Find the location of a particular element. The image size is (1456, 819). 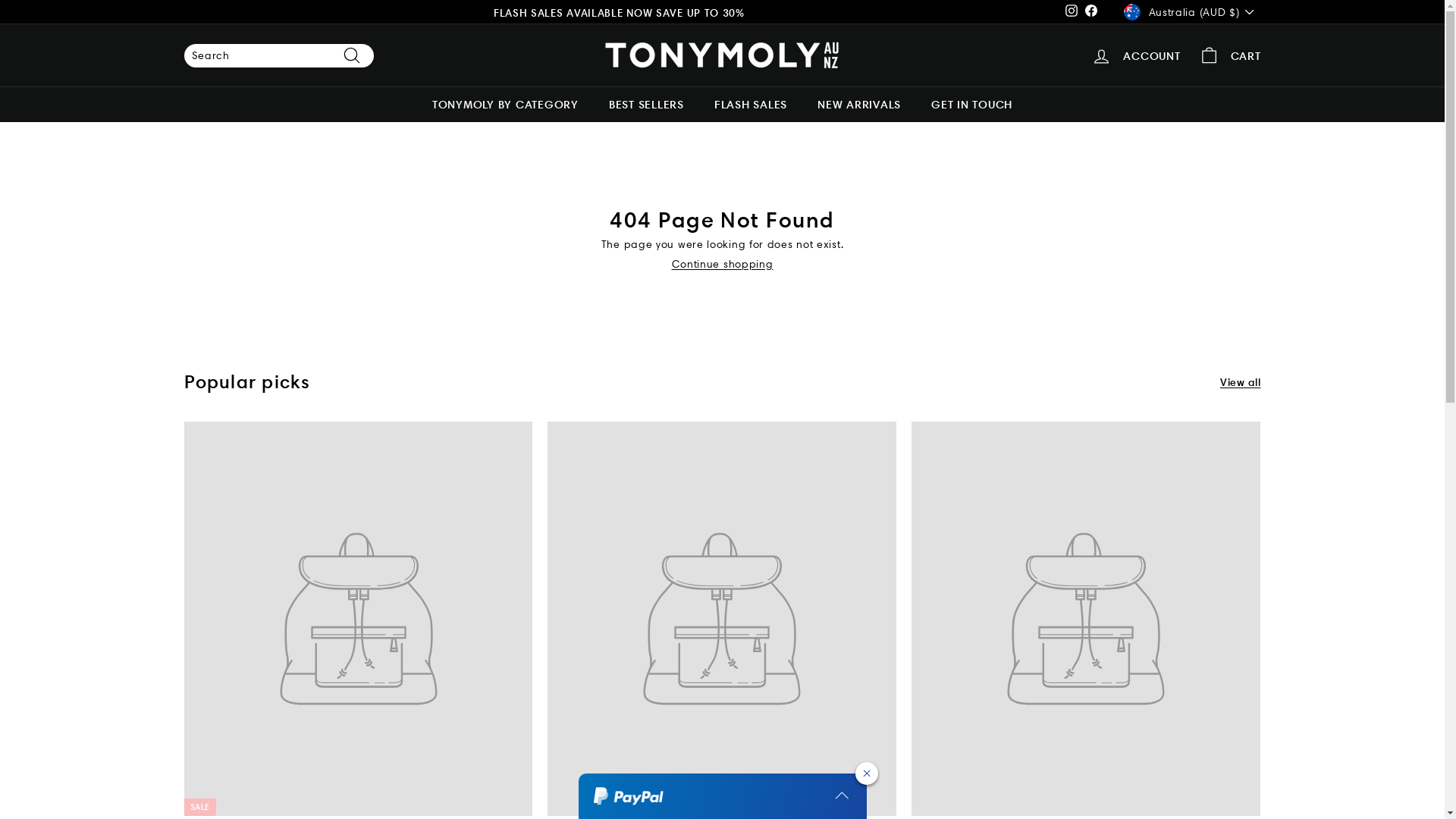

'BEST SELLERS' is located at coordinates (646, 103).